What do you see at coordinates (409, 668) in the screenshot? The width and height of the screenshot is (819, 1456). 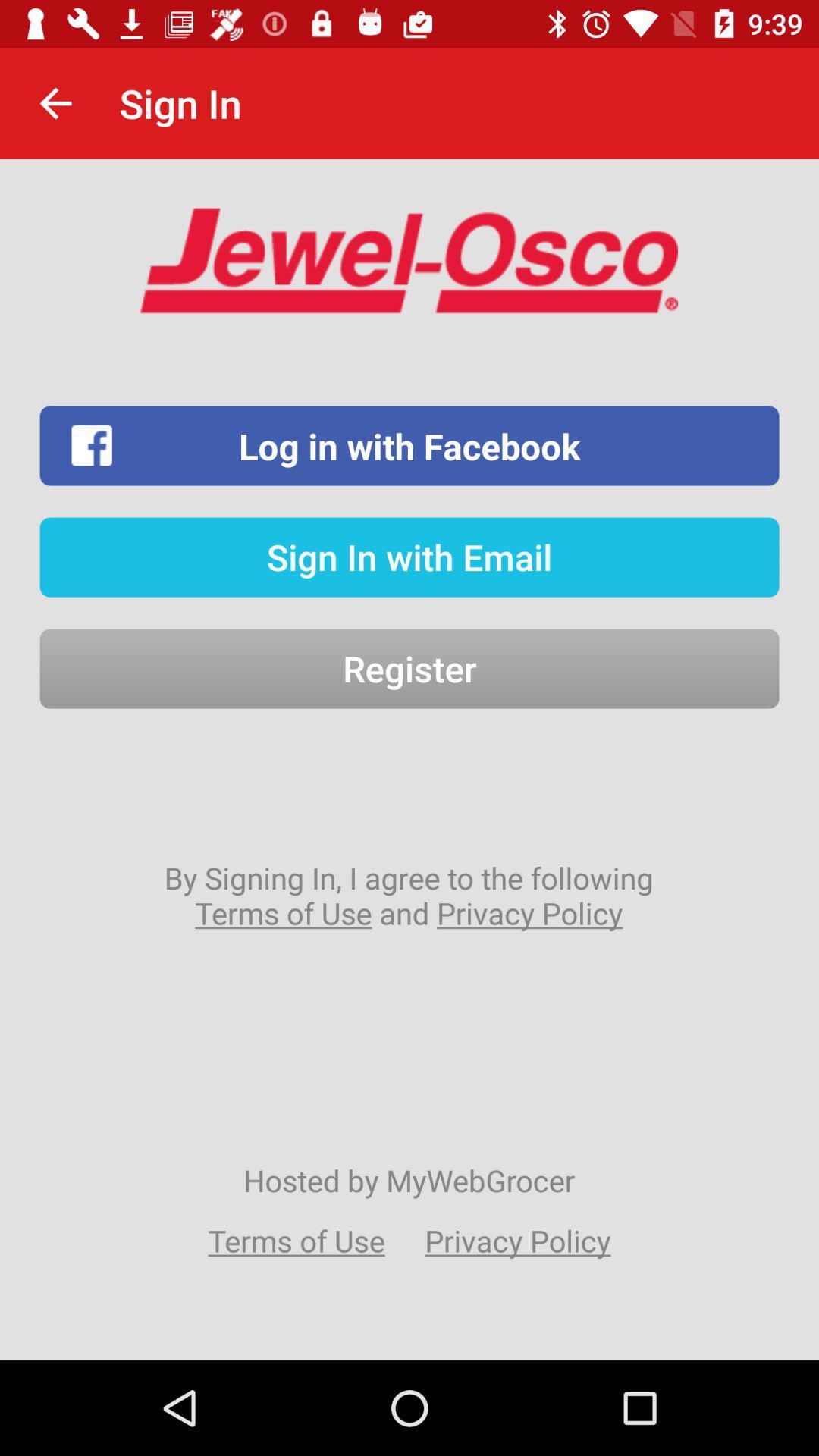 I see `the item below the sign in with` at bounding box center [409, 668].